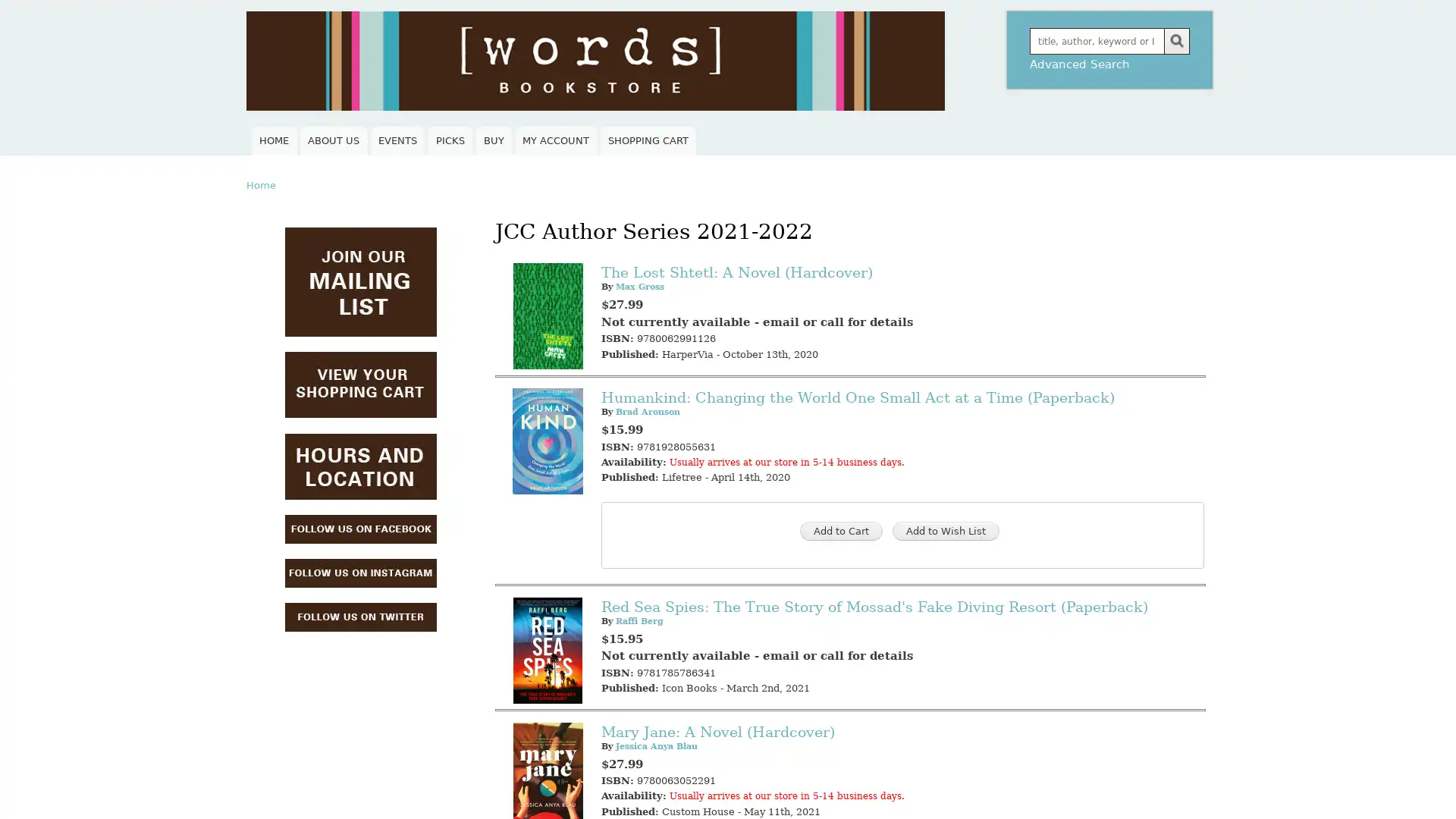 This screenshot has height=819, width=1456. Describe the element at coordinates (1175, 40) in the screenshot. I see `Search` at that location.